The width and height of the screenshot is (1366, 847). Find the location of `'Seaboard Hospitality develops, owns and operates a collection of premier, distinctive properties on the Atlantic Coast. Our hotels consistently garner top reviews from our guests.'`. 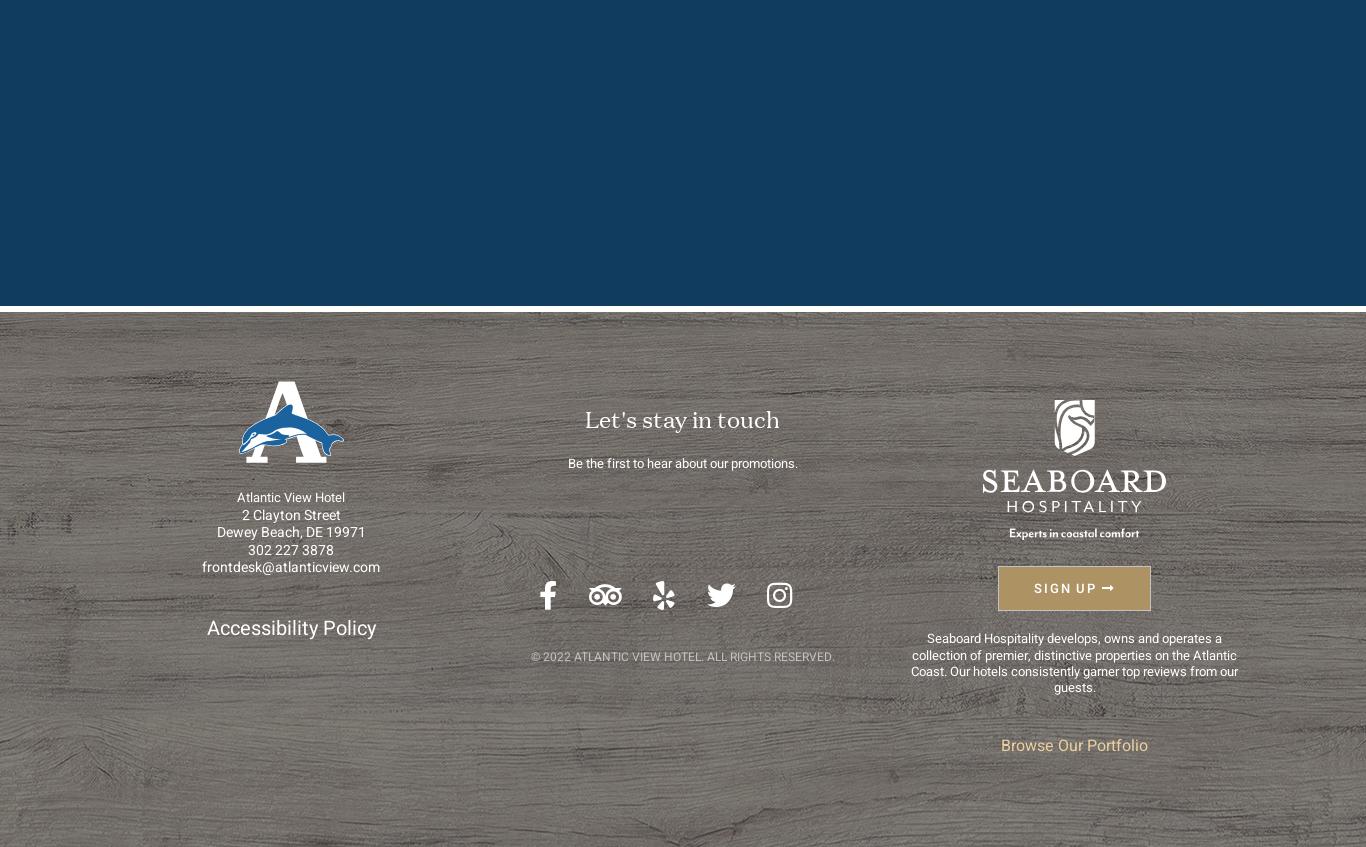

'Seaboard Hospitality develops, owns and operates a collection of premier, distinctive properties on the Atlantic Coast. Our hotels consistently garner top reviews from our guests.' is located at coordinates (1073, 662).